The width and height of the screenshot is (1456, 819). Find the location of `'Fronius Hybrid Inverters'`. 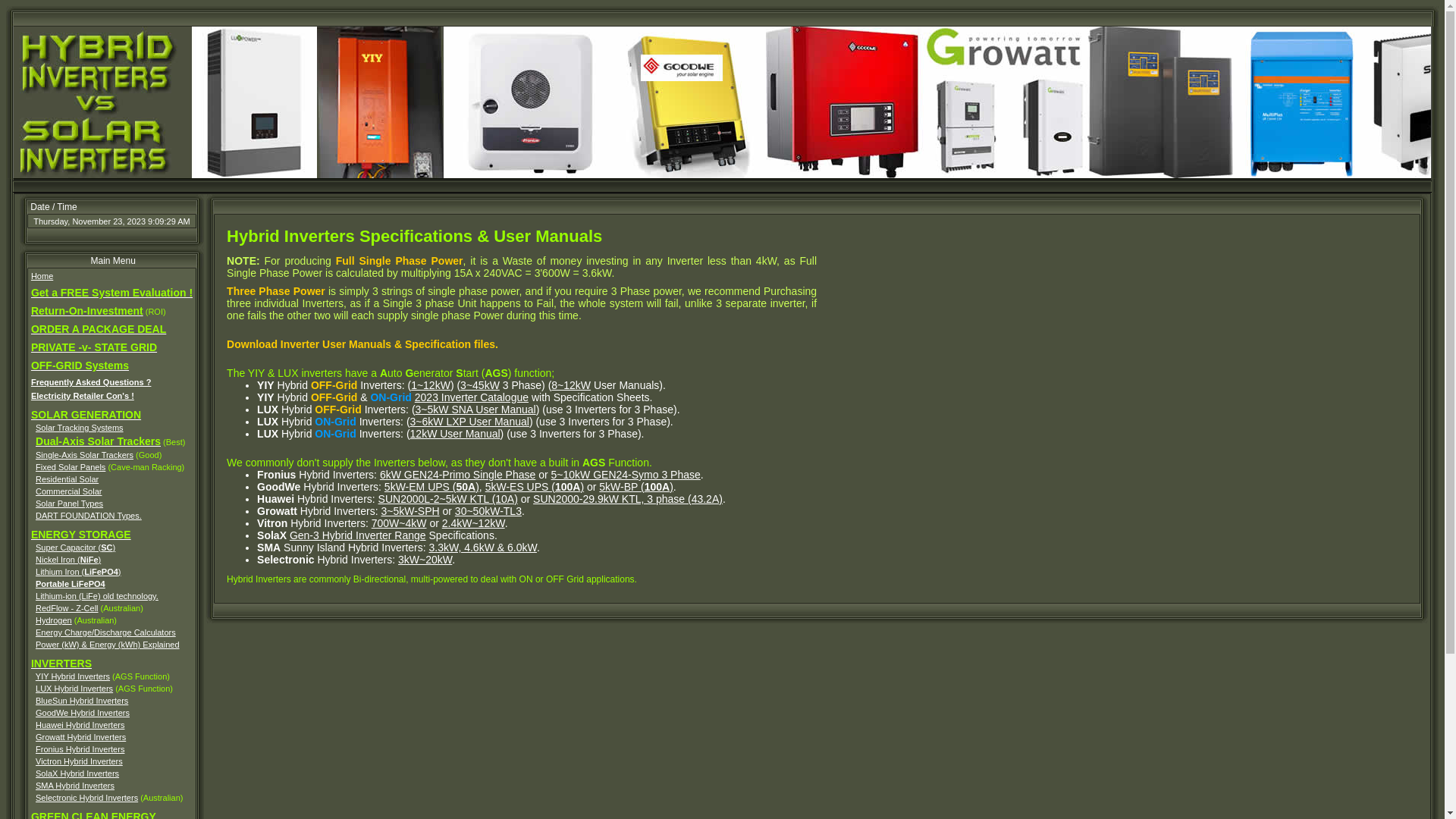

'Fronius Hybrid Inverters' is located at coordinates (79, 748).